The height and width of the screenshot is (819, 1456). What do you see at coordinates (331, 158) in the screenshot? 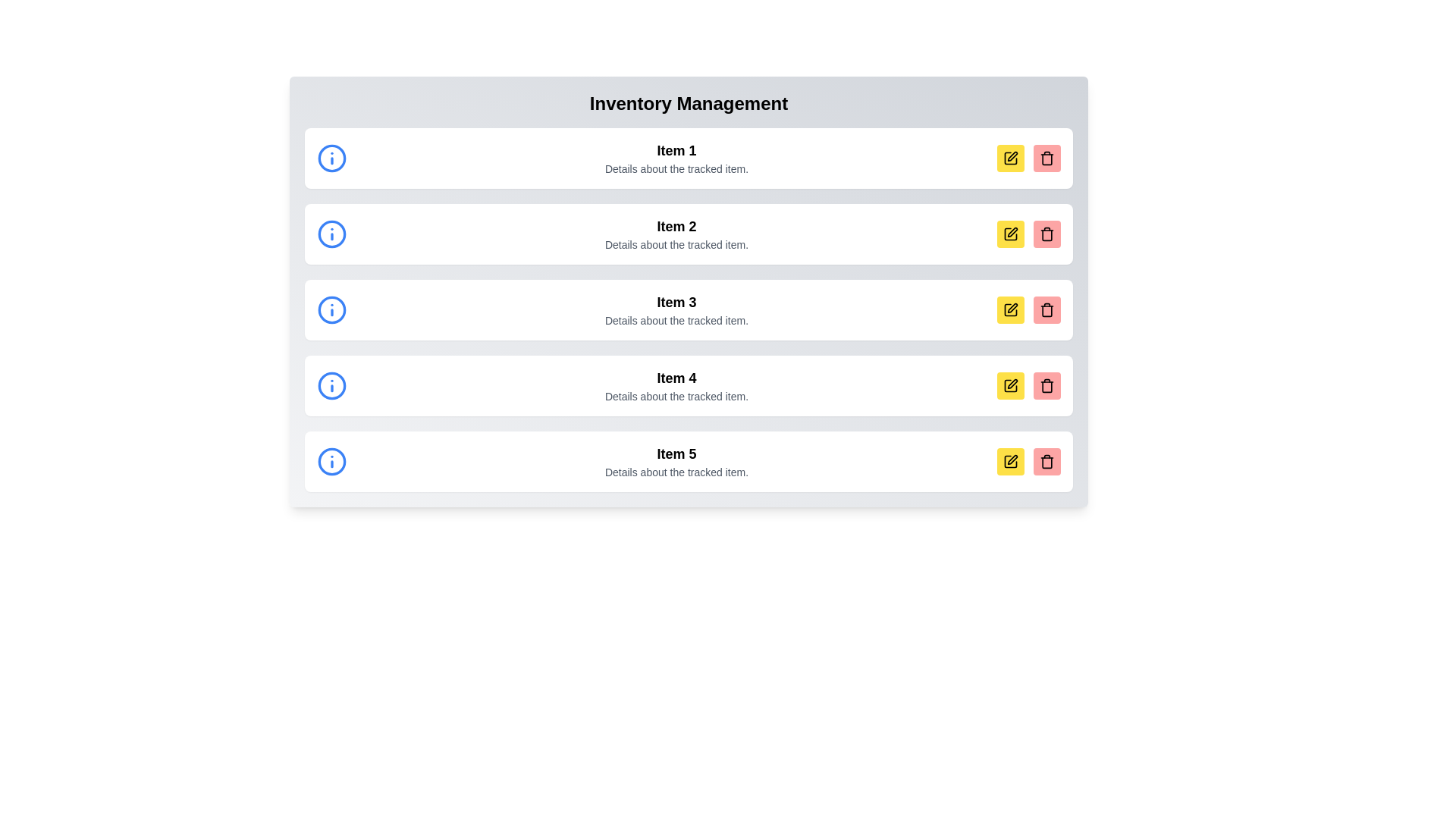
I see `the information icon, which is a circular icon with a blue border and a lowercase 'i' symbol, located to the left of 'Item 1' in the vertical list` at bounding box center [331, 158].